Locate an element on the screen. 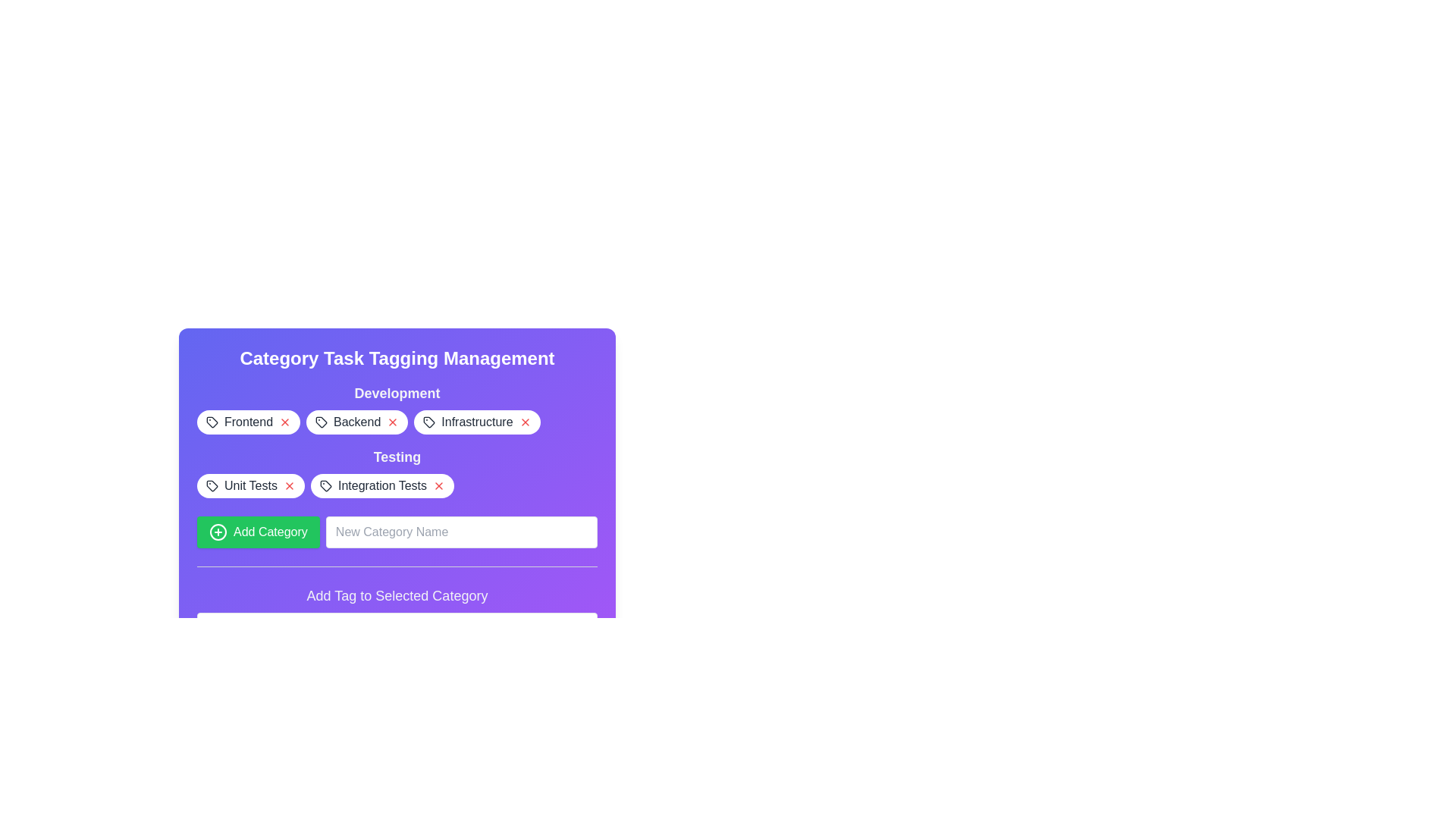 The image size is (1456, 819). the 'Backend' category tag icon in the 'Development' section of the 'Category Task Tagging Management' interface is located at coordinates (321, 422).